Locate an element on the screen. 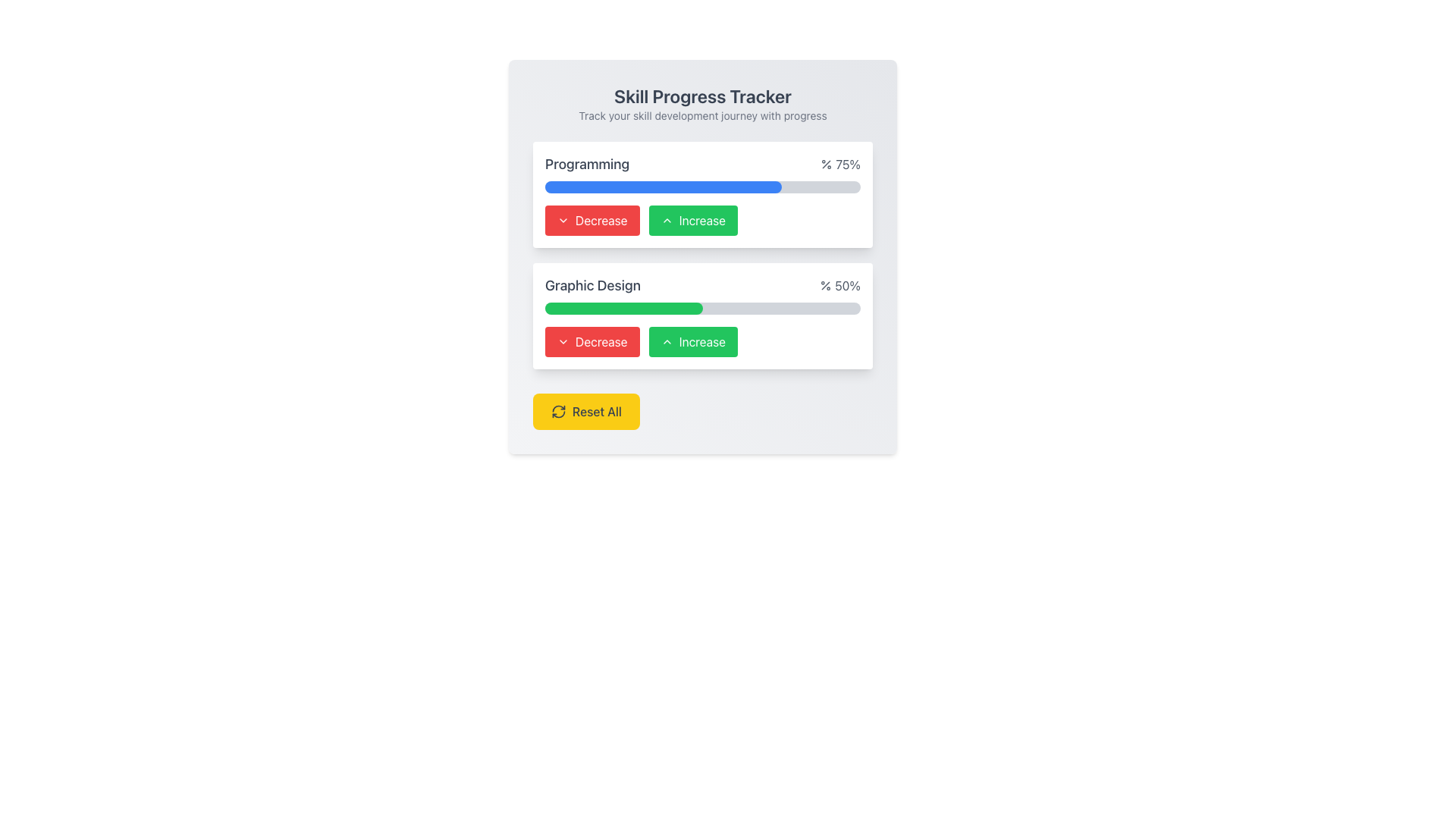 Image resolution: width=1456 pixels, height=819 pixels. text label that states 'Track your skill development journey with progress', located directly below the title 'Skill Progress Tracker' is located at coordinates (701, 115).